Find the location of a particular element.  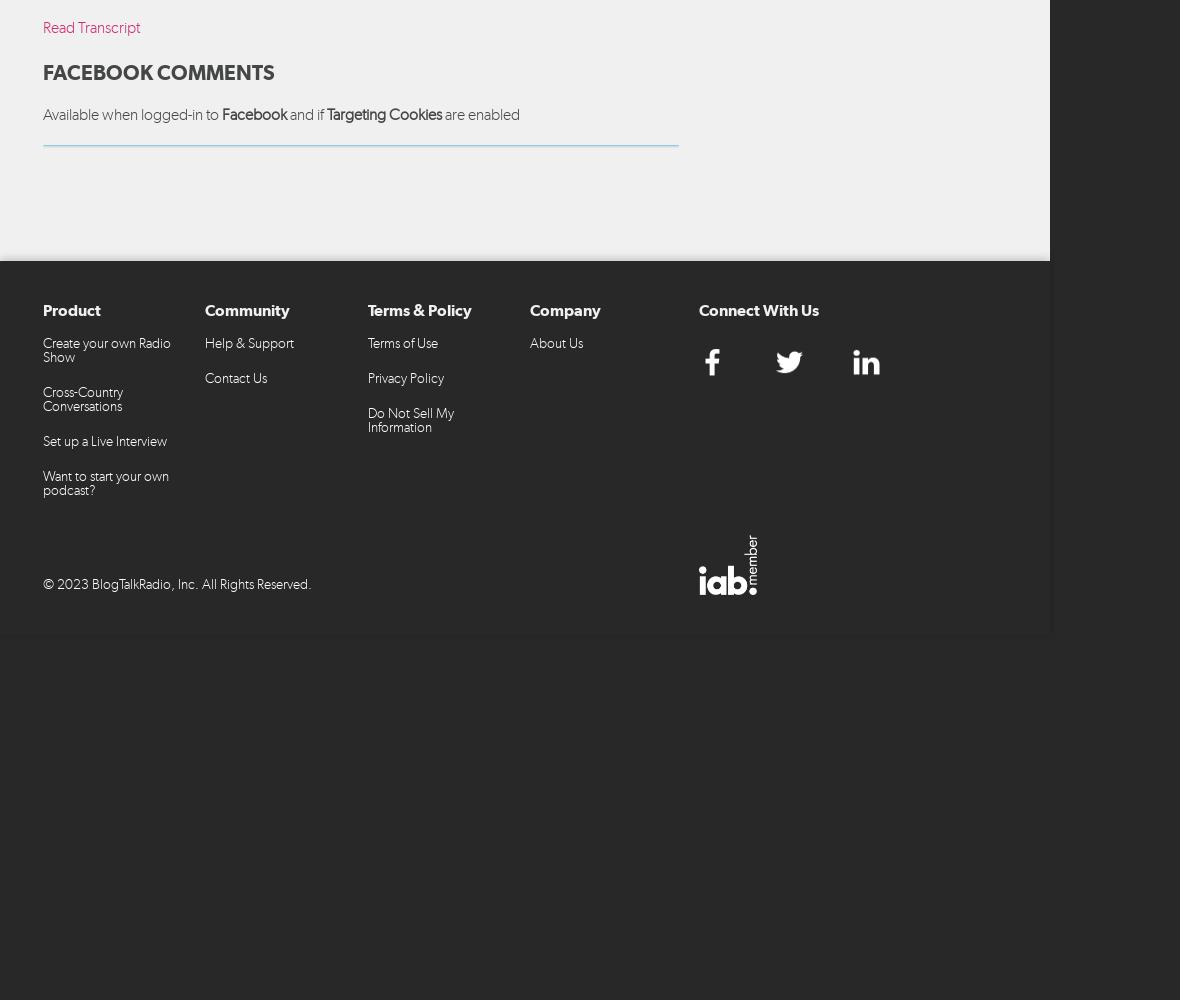

'©
                2023 BlogTalkRadio, Inc. All Rights Reserved.' is located at coordinates (177, 582).